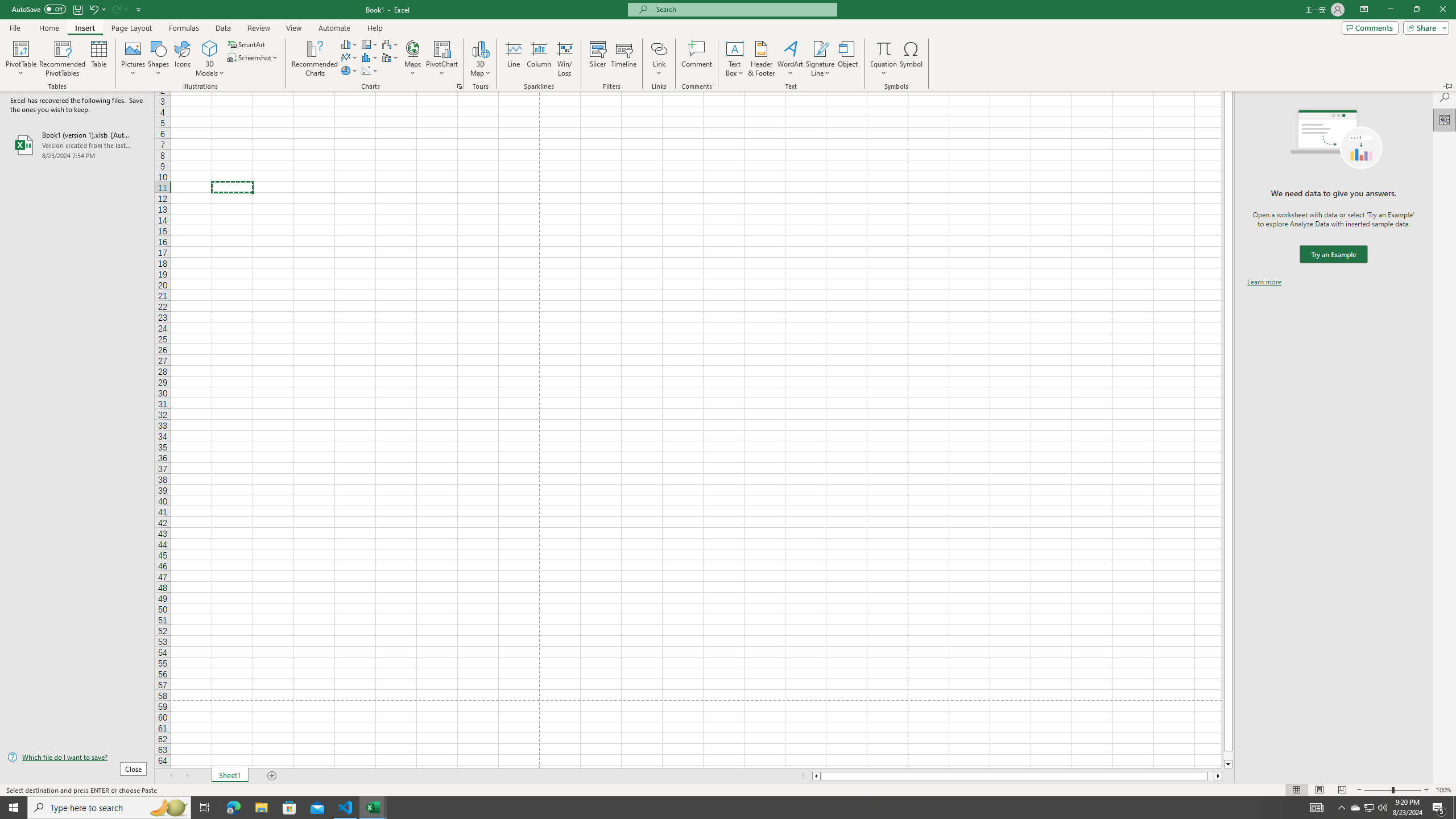 Image resolution: width=1456 pixels, height=819 pixels. What do you see at coordinates (1439, 806) in the screenshot?
I see `'Action Center, 5 new notifications'` at bounding box center [1439, 806].